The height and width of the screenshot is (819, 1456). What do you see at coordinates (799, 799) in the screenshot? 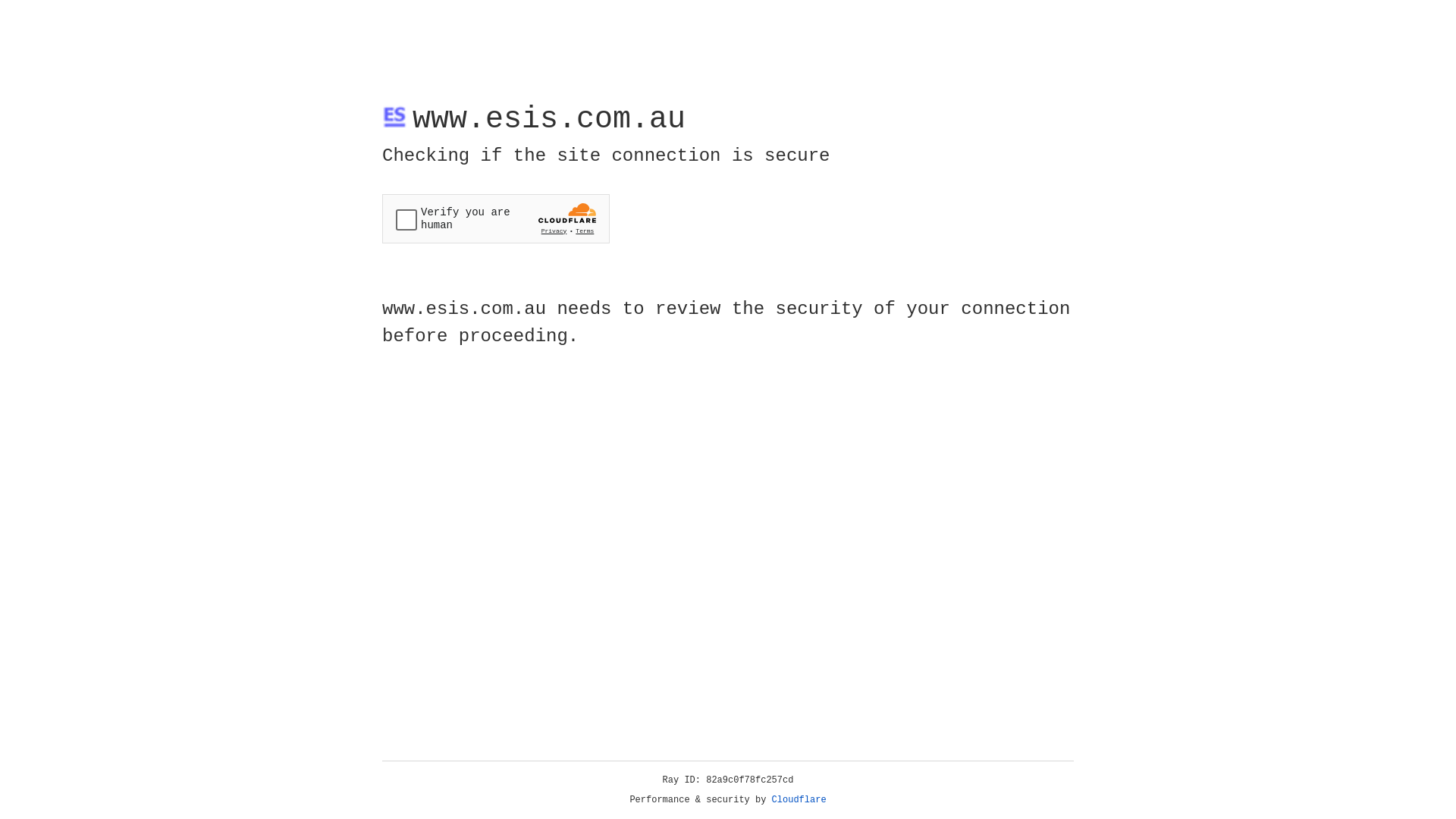
I see `'Cloudflare'` at bounding box center [799, 799].